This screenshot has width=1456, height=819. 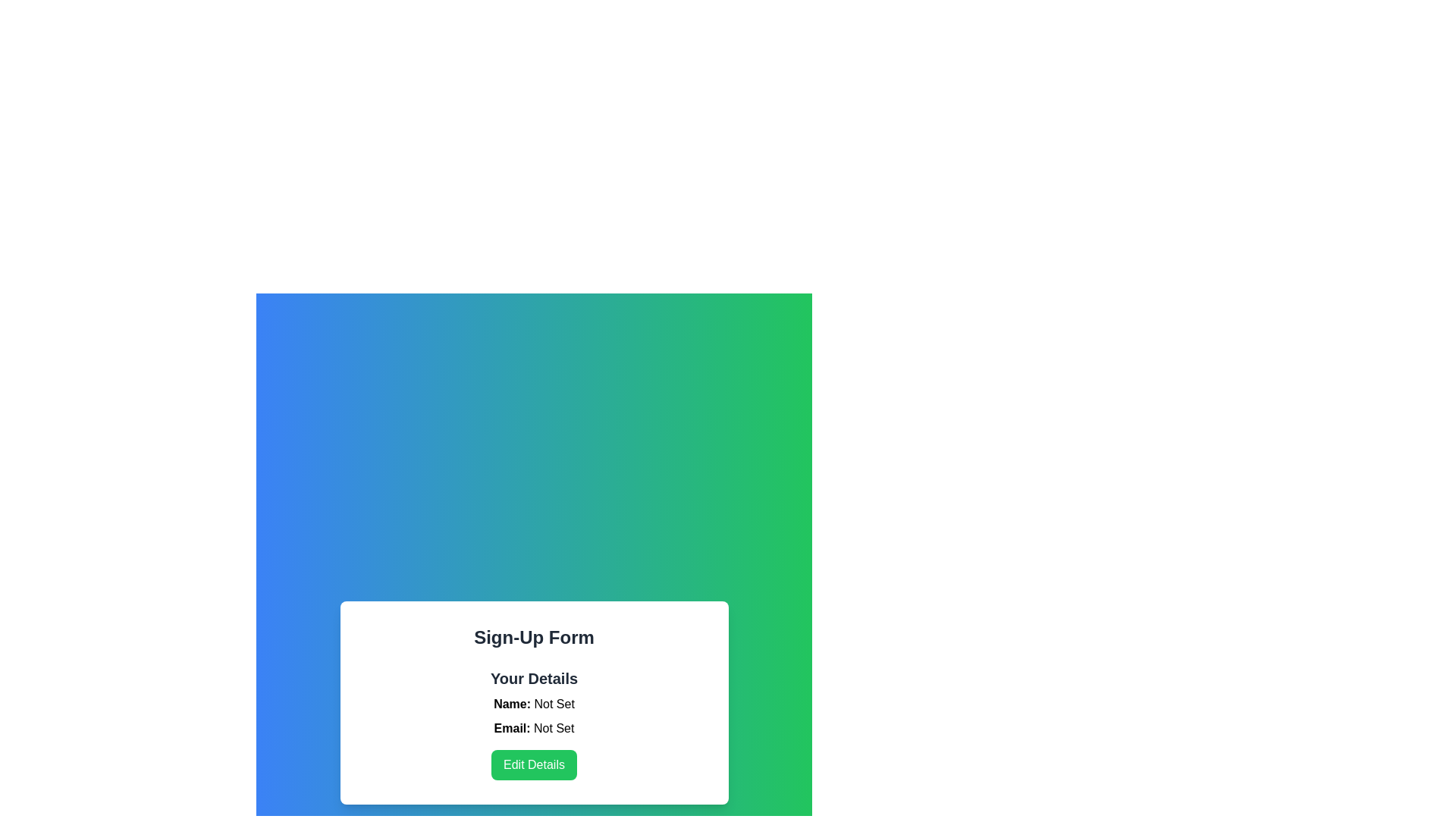 What do you see at coordinates (534, 677) in the screenshot?
I see `the 'Your Details' text label element, which is displayed in bold and large font at the top of a white card interface` at bounding box center [534, 677].